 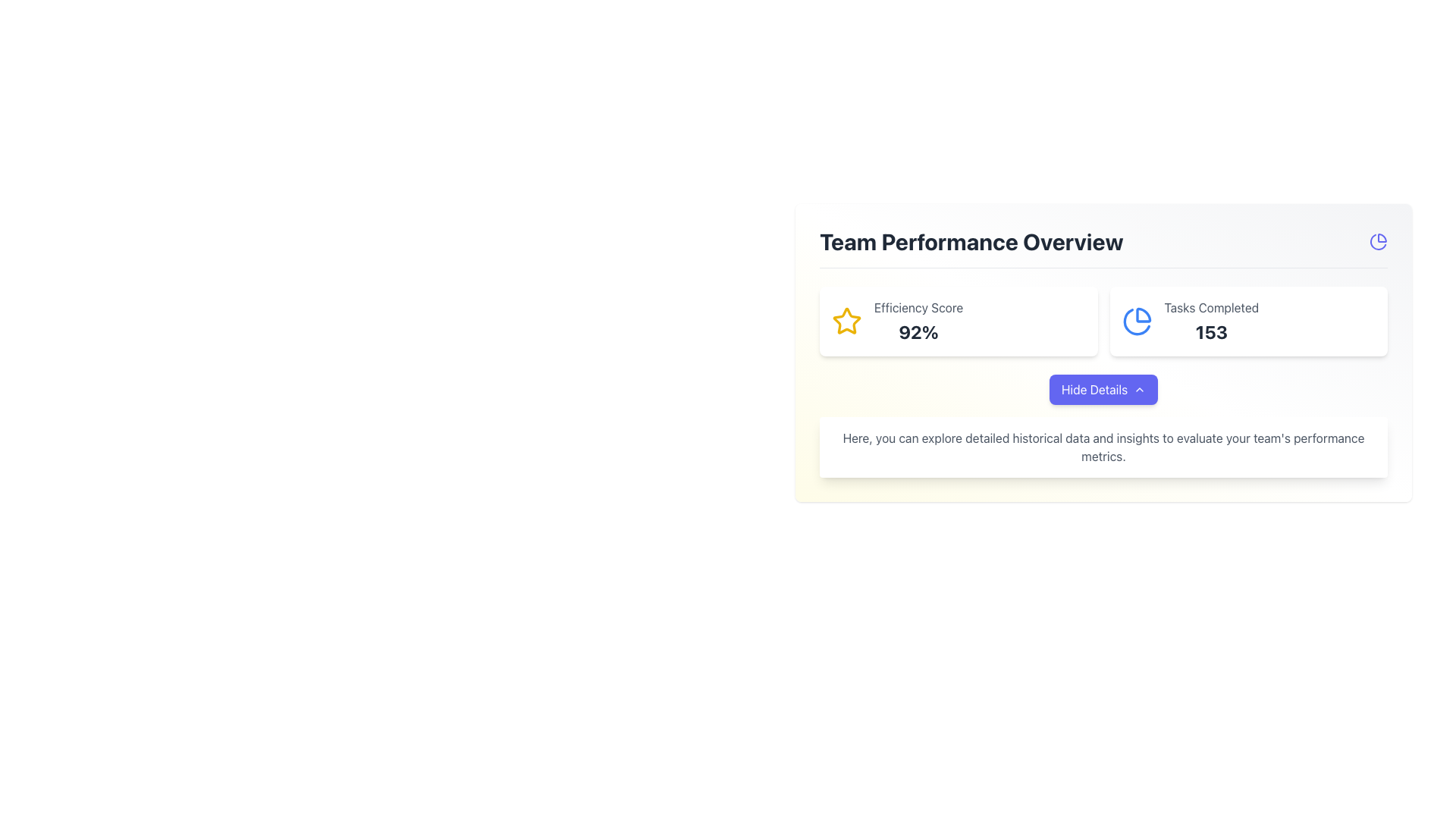 What do you see at coordinates (1379, 241) in the screenshot?
I see `the pie chart icon located at the right end of the 'Team Performance Overview' section to interpret its visual representation` at bounding box center [1379, 241].